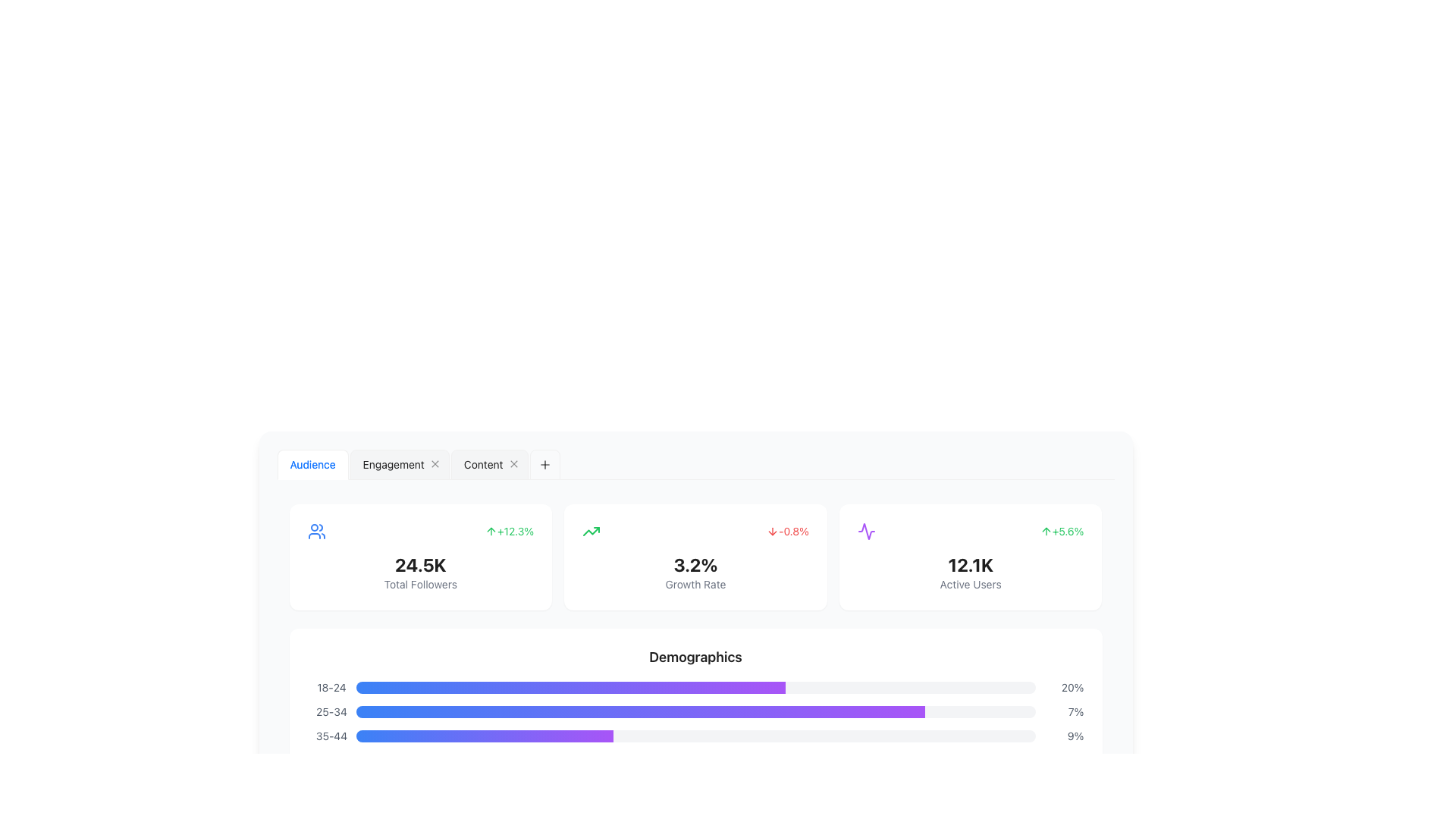 This screenshot has width=1456, height=819. What do you see at coordinates (484, 736) in the screenshot?
I see `the third progress bar indicating the age group '35-44' demographic, which is located beneath the section titled 'Demographics'` at bounding box center [484, 736].